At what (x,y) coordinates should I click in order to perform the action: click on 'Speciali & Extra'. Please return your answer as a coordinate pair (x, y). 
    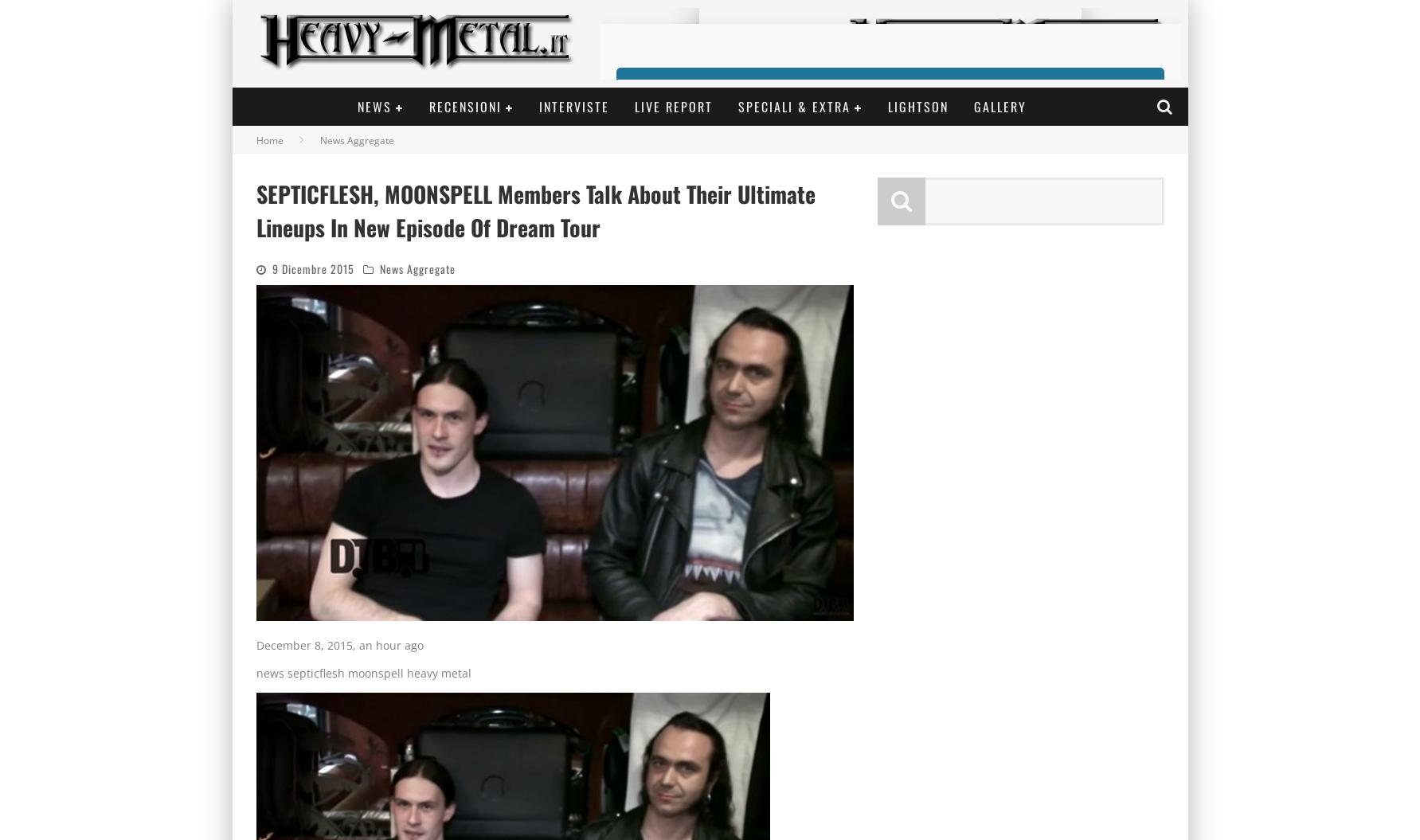
    Looking at the image, I should click on (794, 106).